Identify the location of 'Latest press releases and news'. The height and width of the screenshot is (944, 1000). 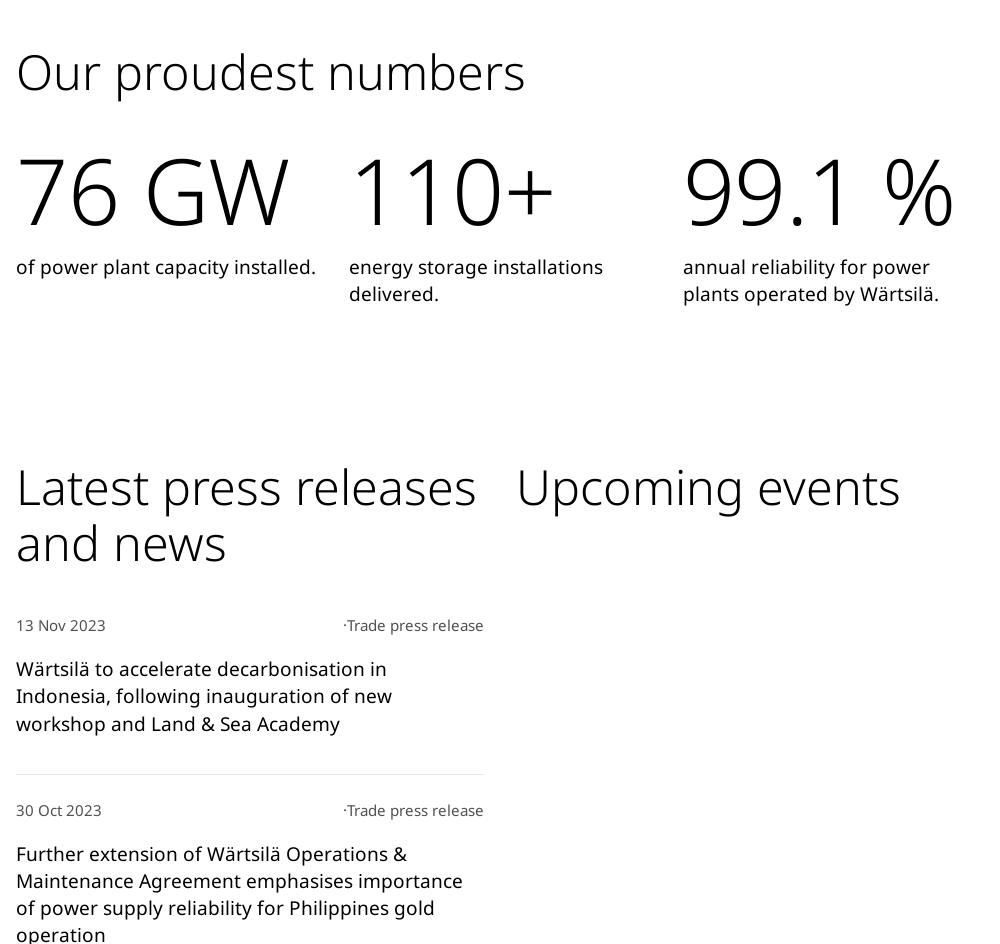
(245, 512).